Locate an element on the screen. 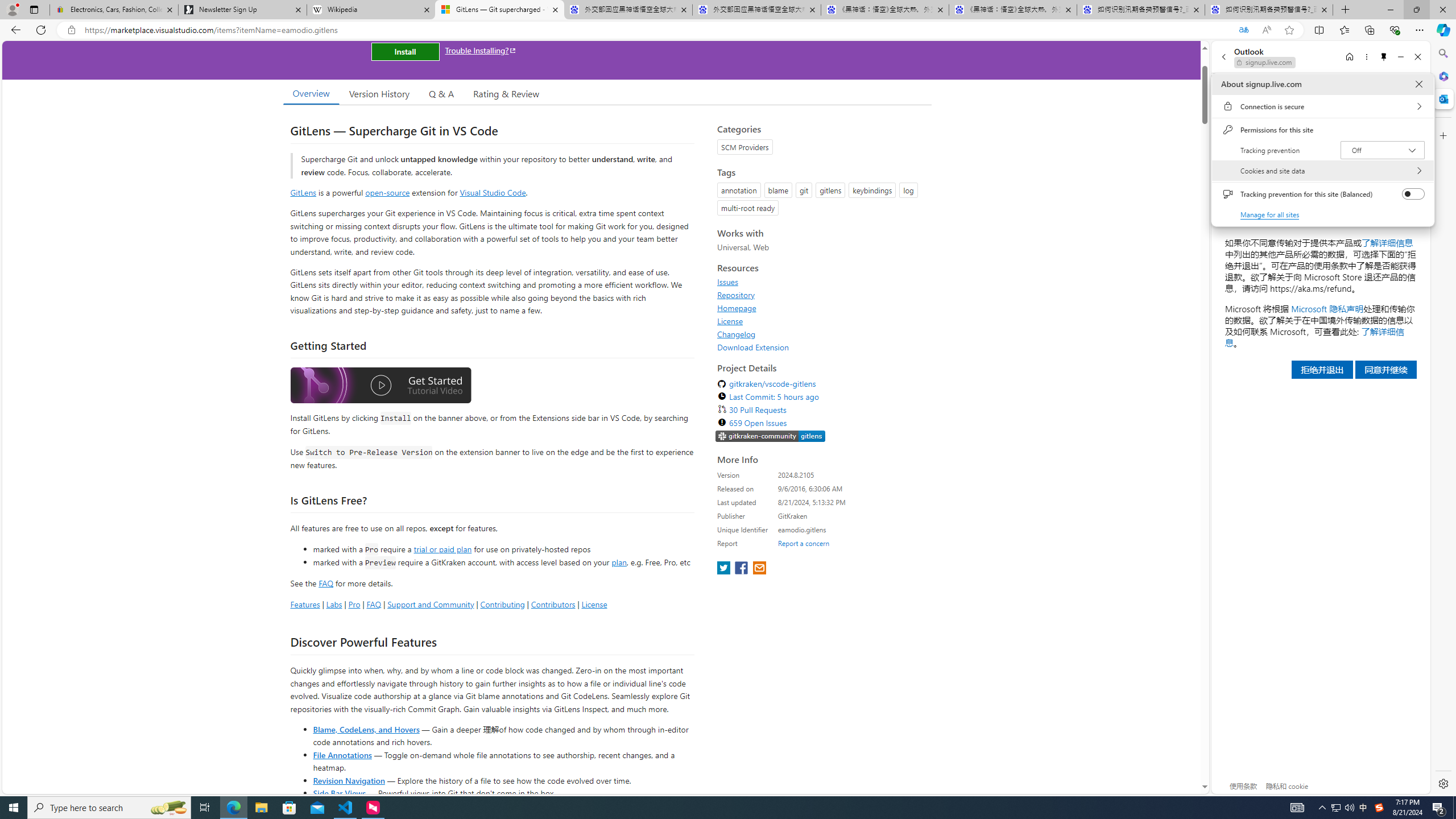 Image resolution: width=1456 pixels, height=819 pixels. 'Microsoft Edge - 1 running window' is located at coordinates (233, 806).